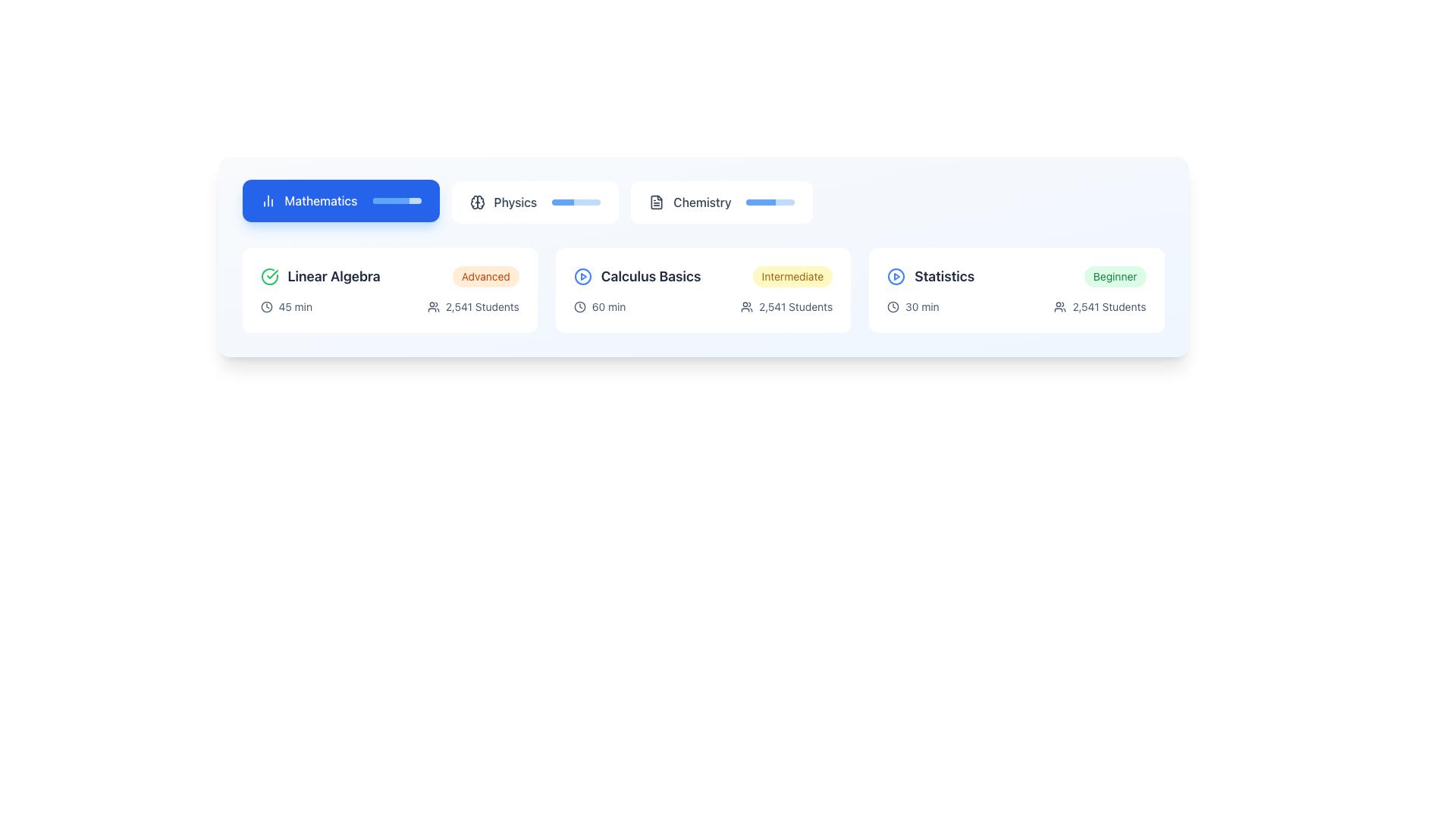  I want to click on informational content displayed under the title 'Calculus Basics' in the second card, which shows '60 min' duration and '2,541 Students' enrolled, so click(702, 307).